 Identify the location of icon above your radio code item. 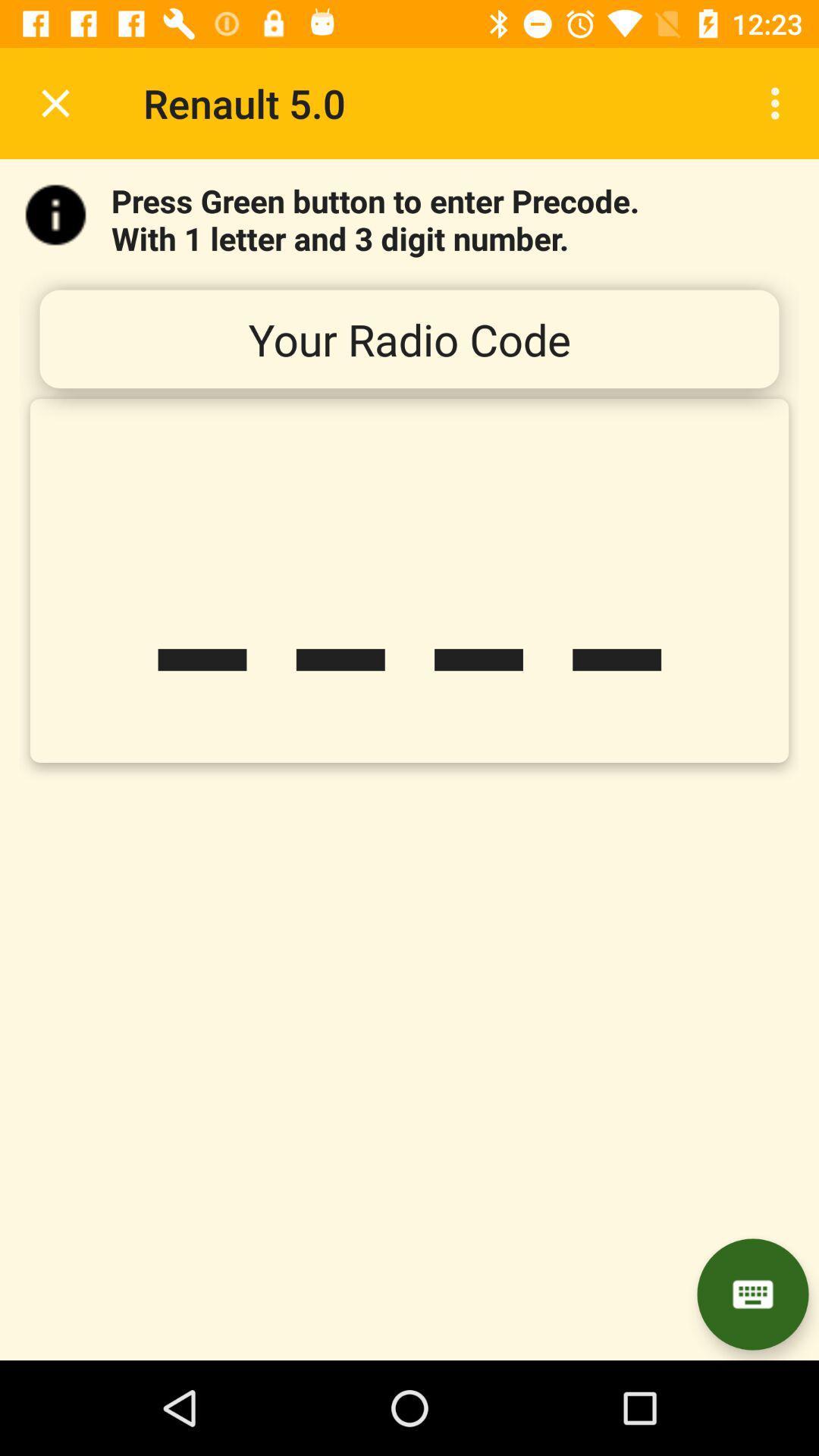
(779, 102).